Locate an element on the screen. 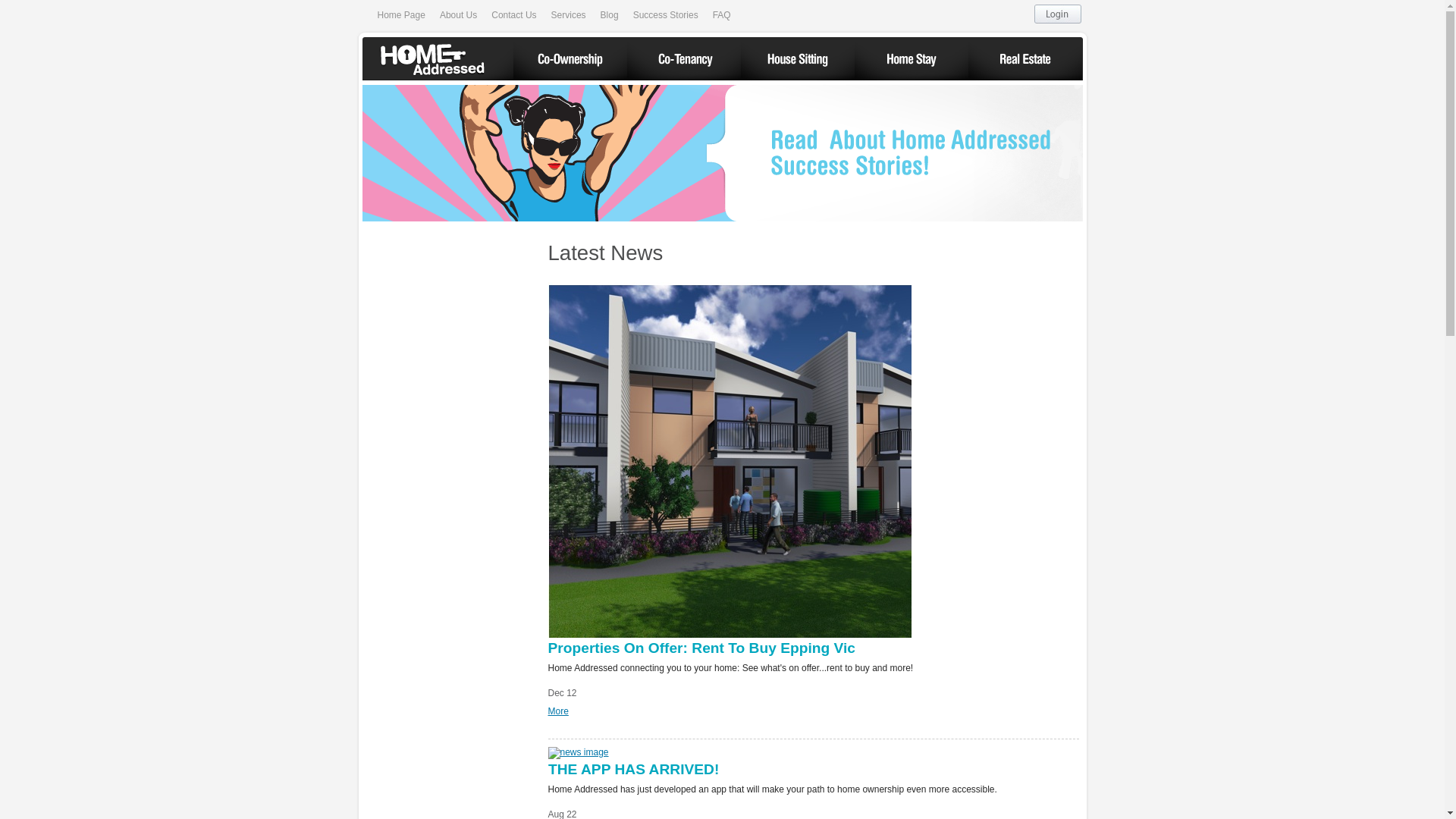  'Contact Us' is located at coordinates (513, 14).